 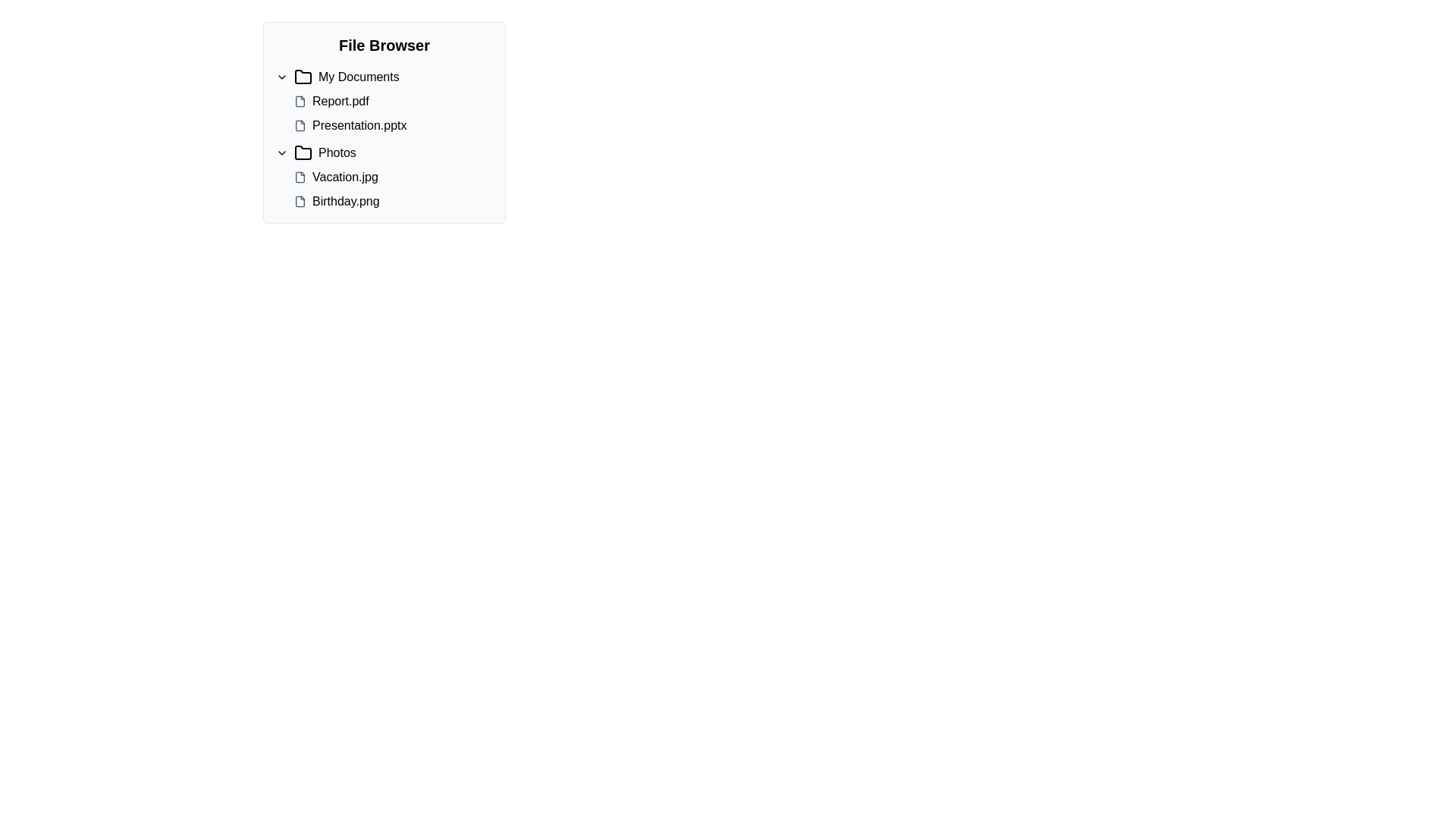 I want to click on the file icon representing 'Birthday.png' by interacting with the SVG graphic styled as a sheet of paper, located in the 'Photos' section of the 'File Browser', so click(x=300, y=201).